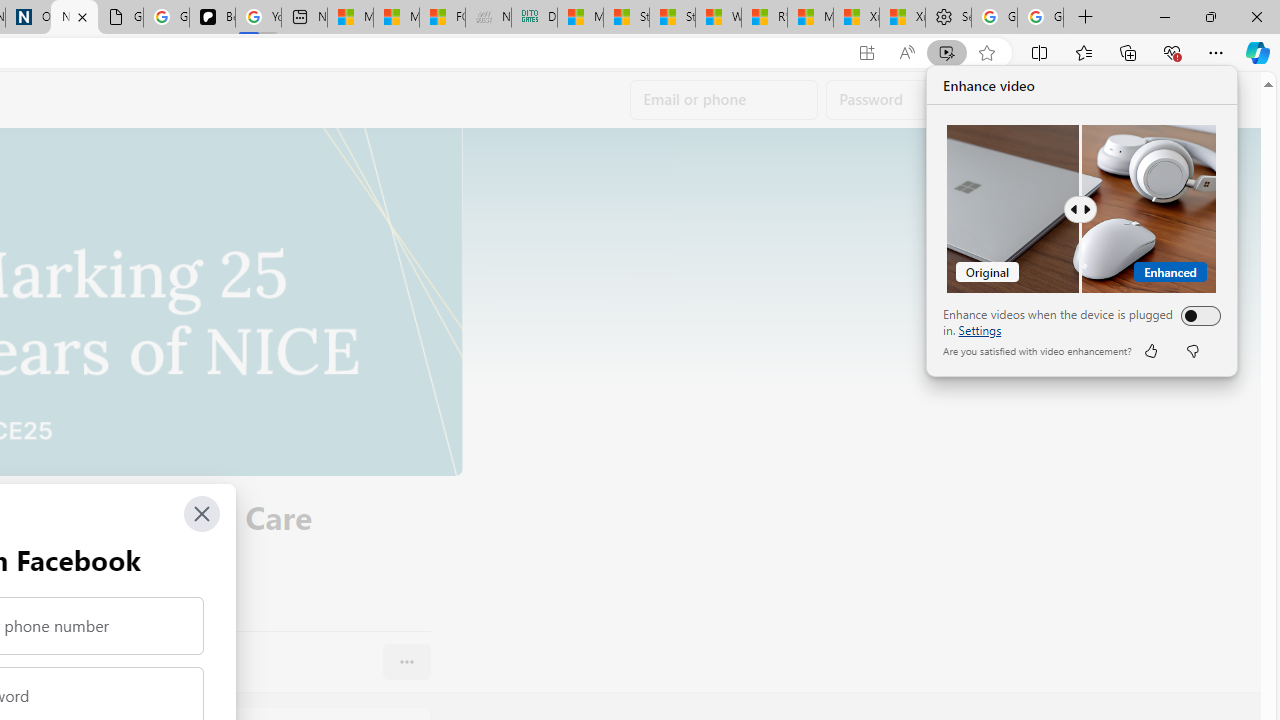 The width and height of the screenshot is (1280, 720). What do you see at coordinates (1209, 16) in the screenshot?
I see `'Restore'` at bounding box center [1209, 16].